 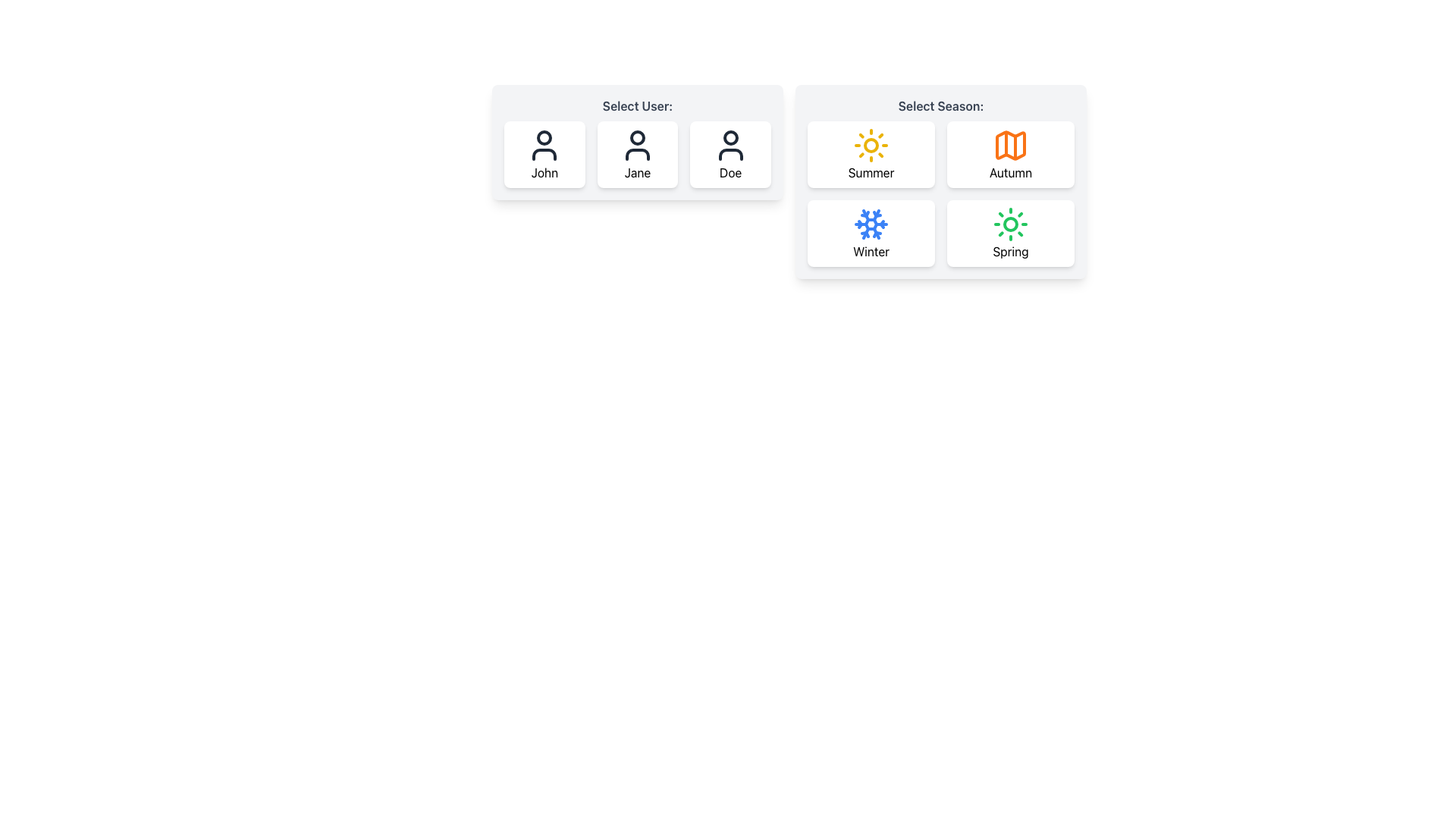 I want to click on the button that allows users to select 'Jane' as the chosen user, which is the second button in a set of three user selection buttons under the 'Select User:' label, so click(x=637, y=143).